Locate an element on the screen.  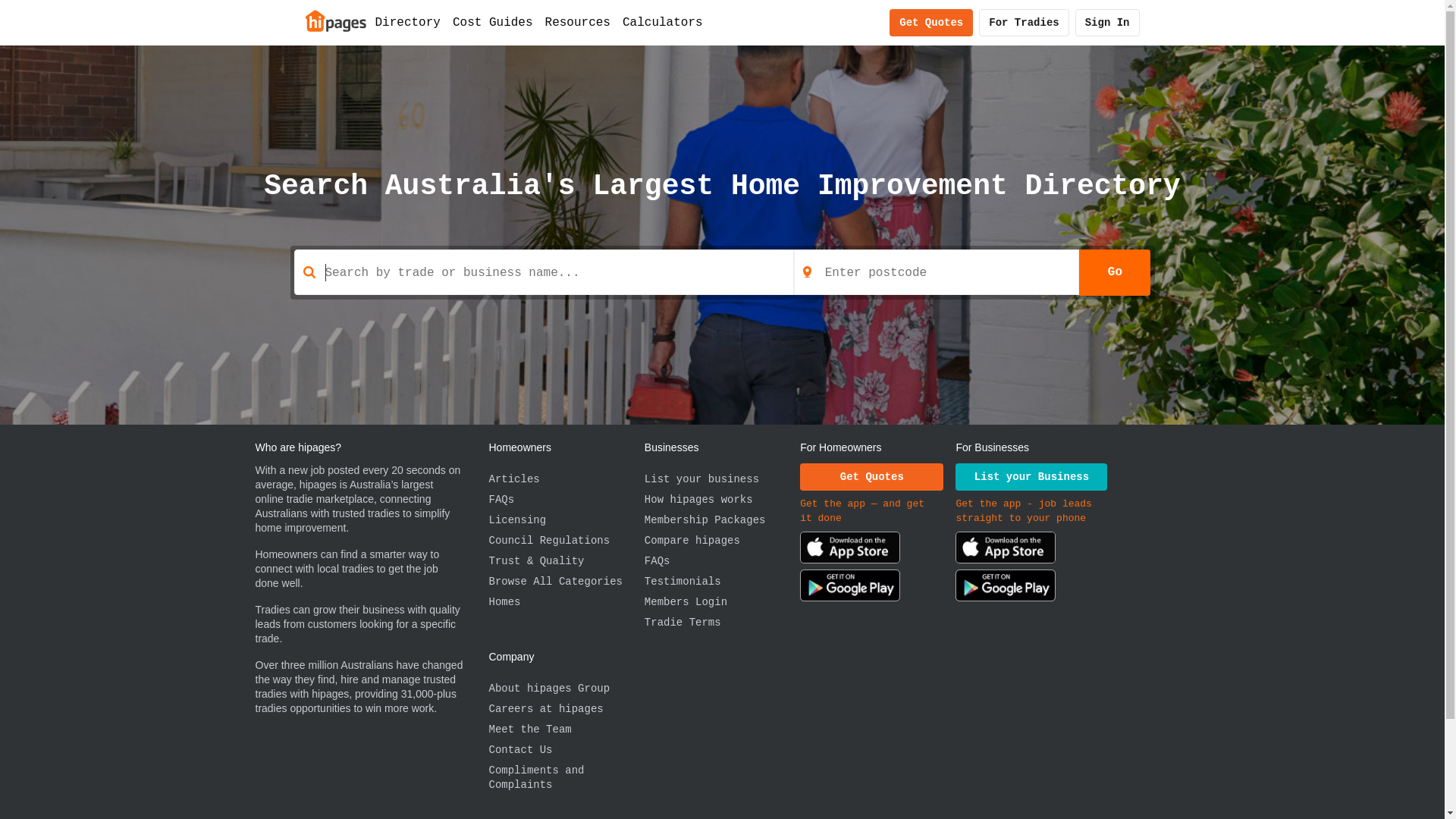
'Cost Guides' is located at coordinates (446, 23).